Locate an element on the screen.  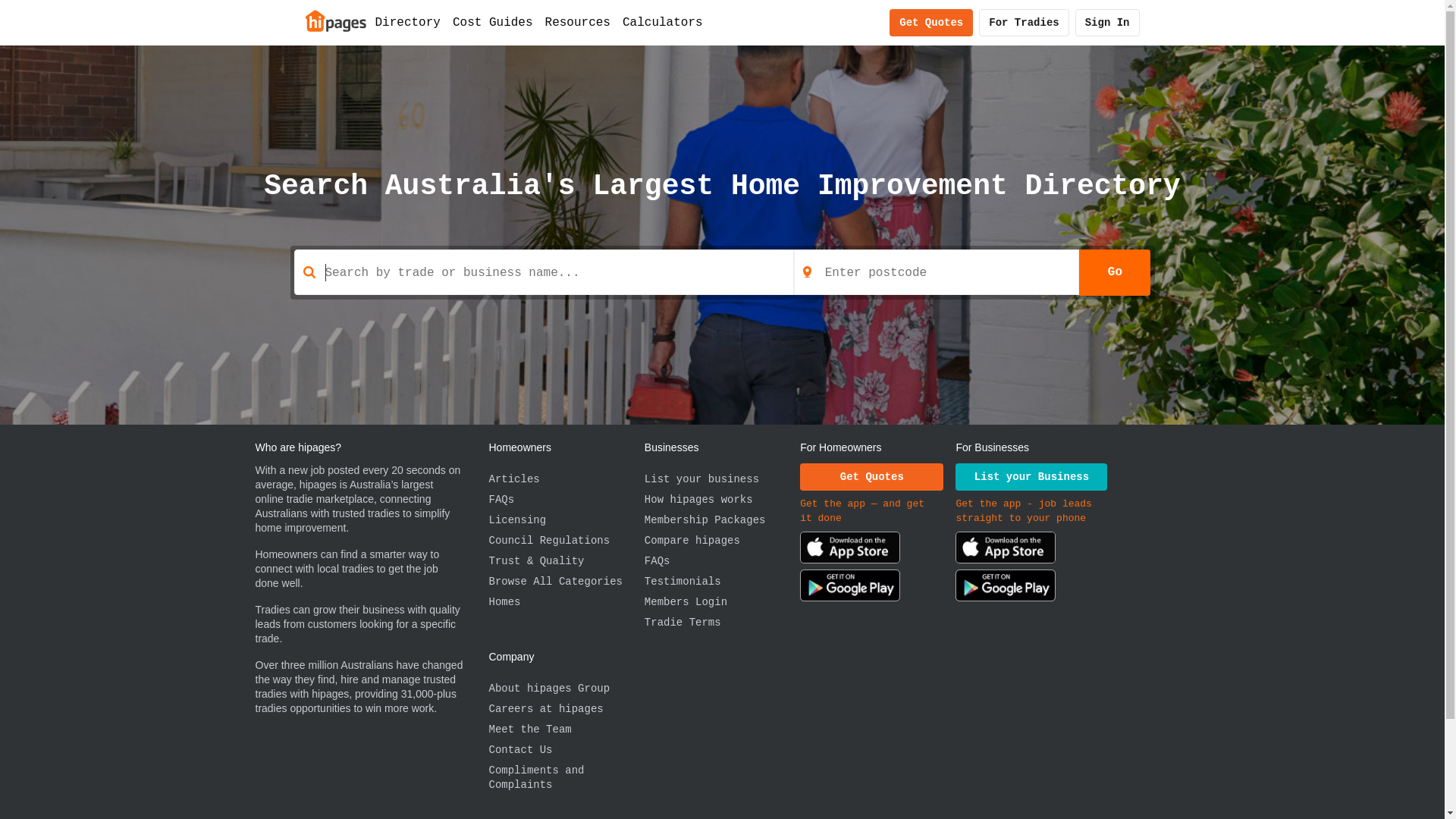
'Cost Guides' is located at coordinates (446, 23).